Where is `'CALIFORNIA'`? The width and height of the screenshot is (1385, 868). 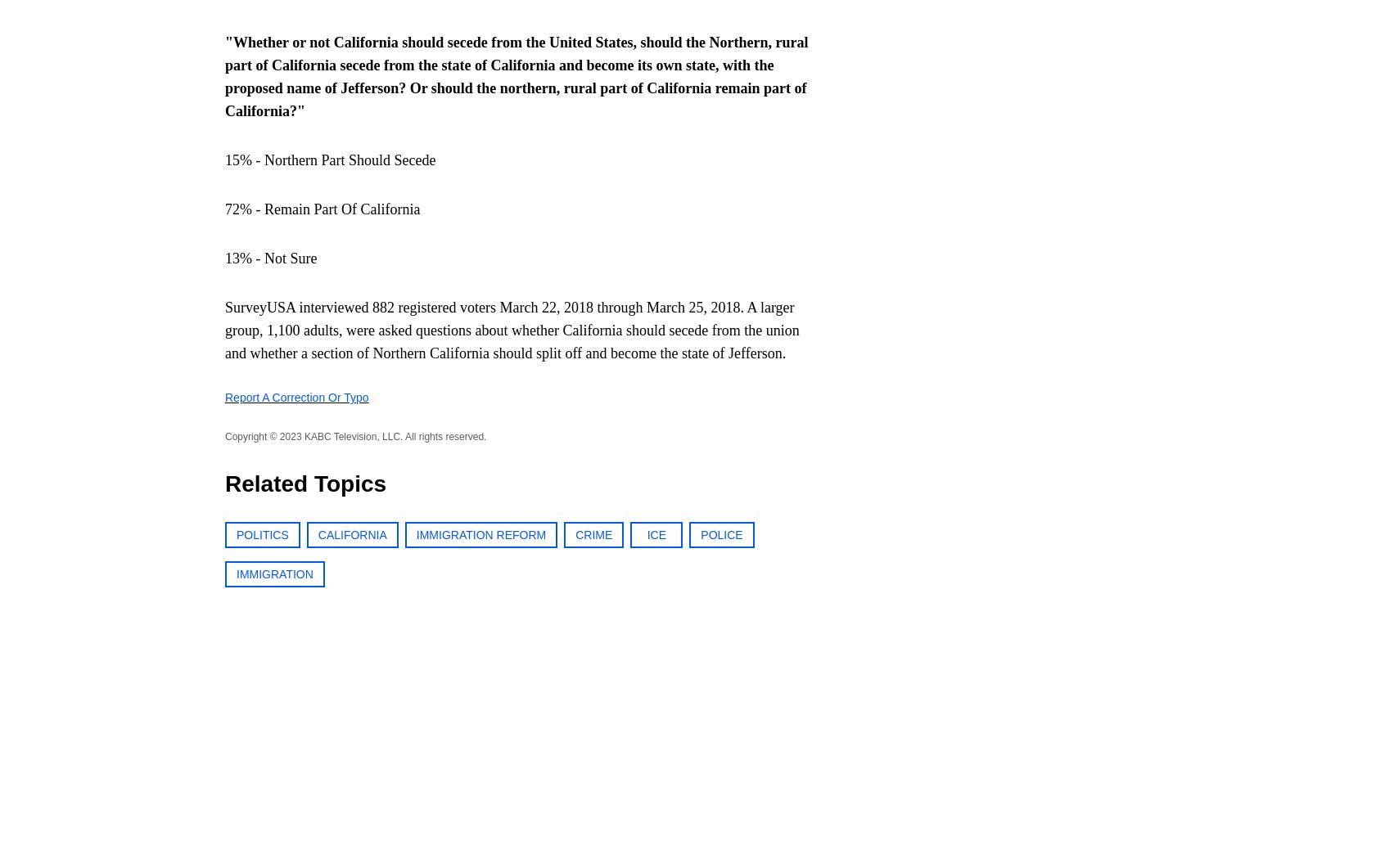
'CALIFORNIA' is located at coordinates (350, 534).